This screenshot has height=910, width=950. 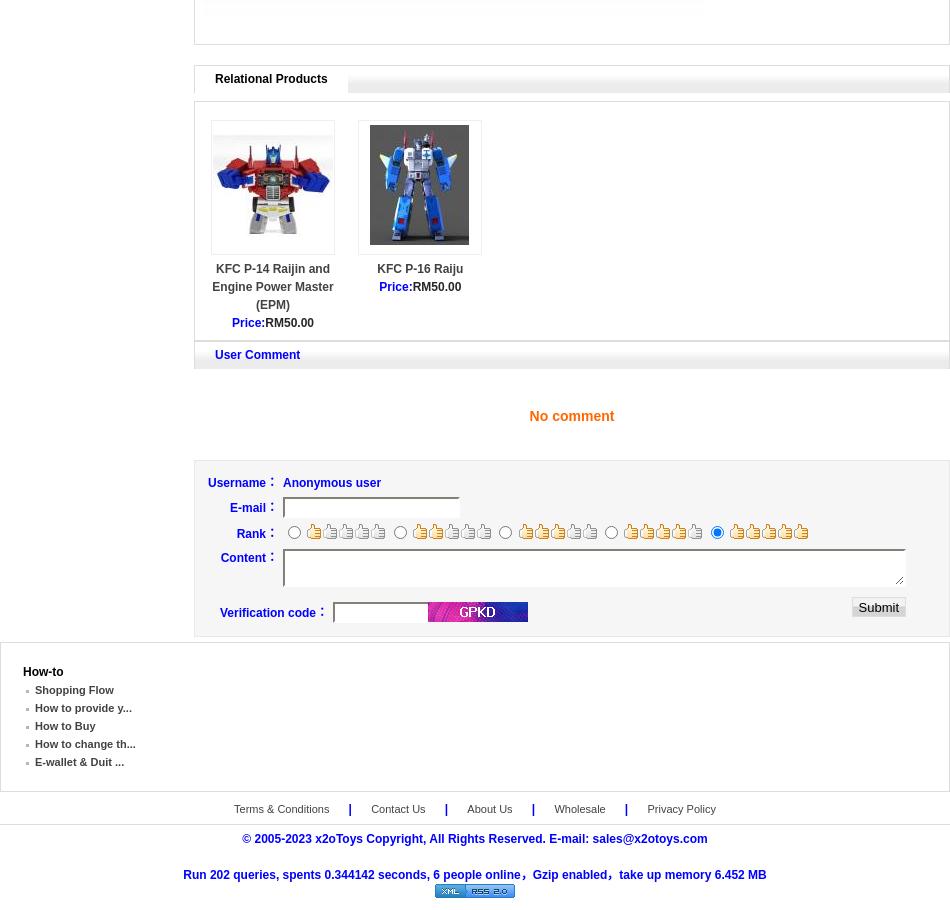 I want to click on 'Wholesale', so click(x=579, y=807).